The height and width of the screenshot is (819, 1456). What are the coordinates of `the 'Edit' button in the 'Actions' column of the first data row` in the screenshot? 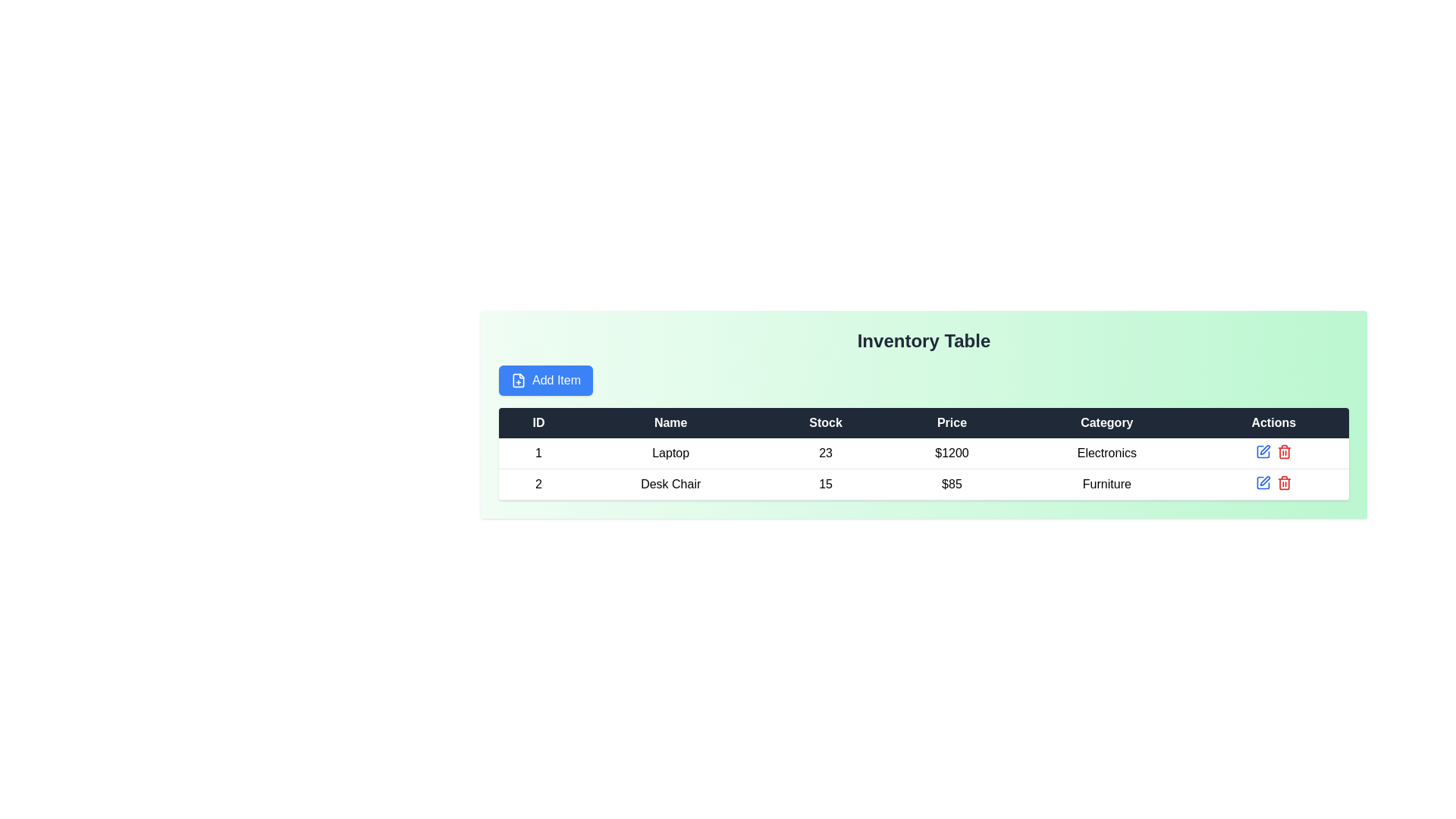 It's located at (1263, 451).